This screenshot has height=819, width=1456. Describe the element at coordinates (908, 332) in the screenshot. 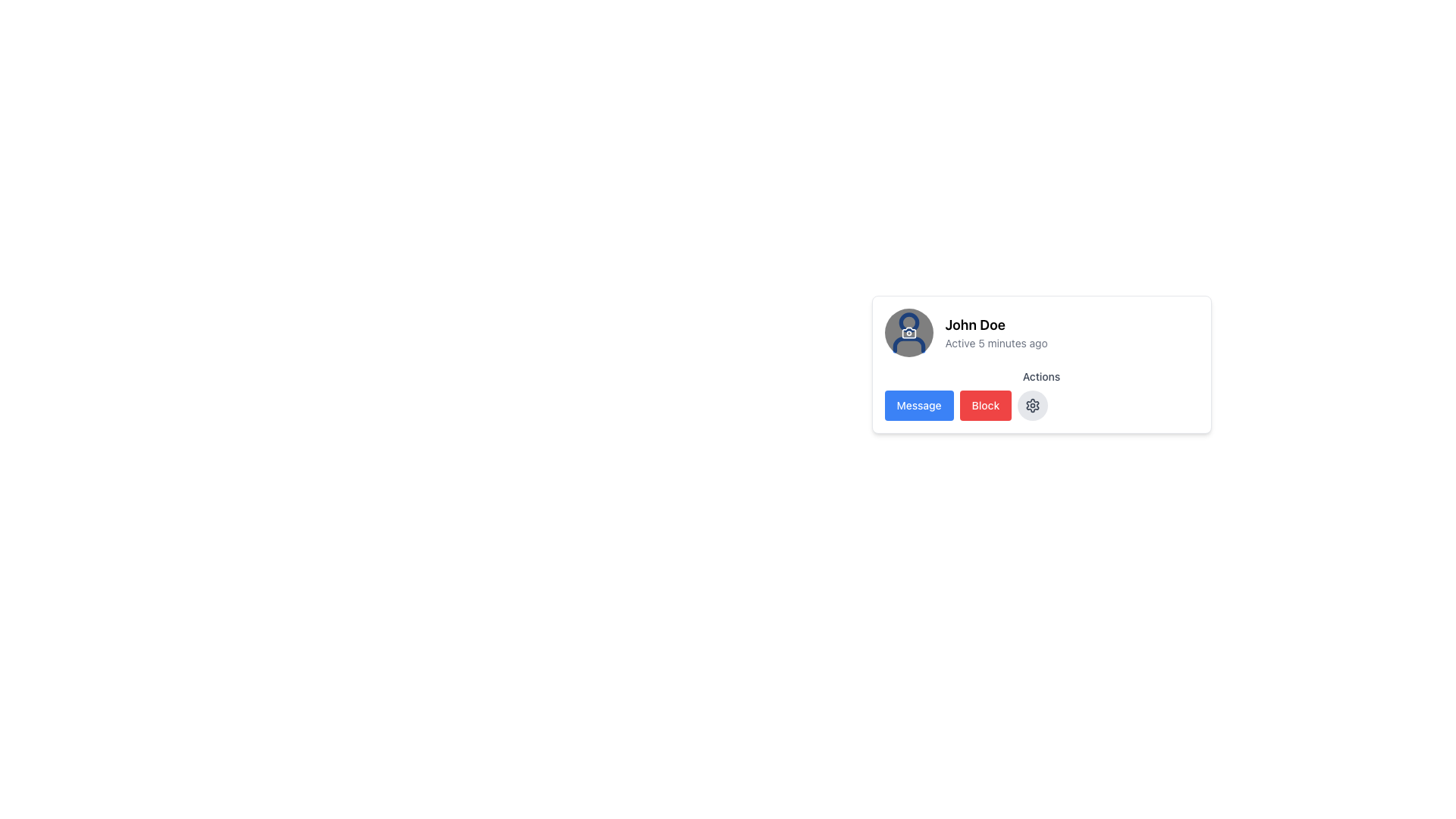

I see `the decorative camera icon element that is part of the user's profile picture display, positioned centrally within the profile picture area` at that location.